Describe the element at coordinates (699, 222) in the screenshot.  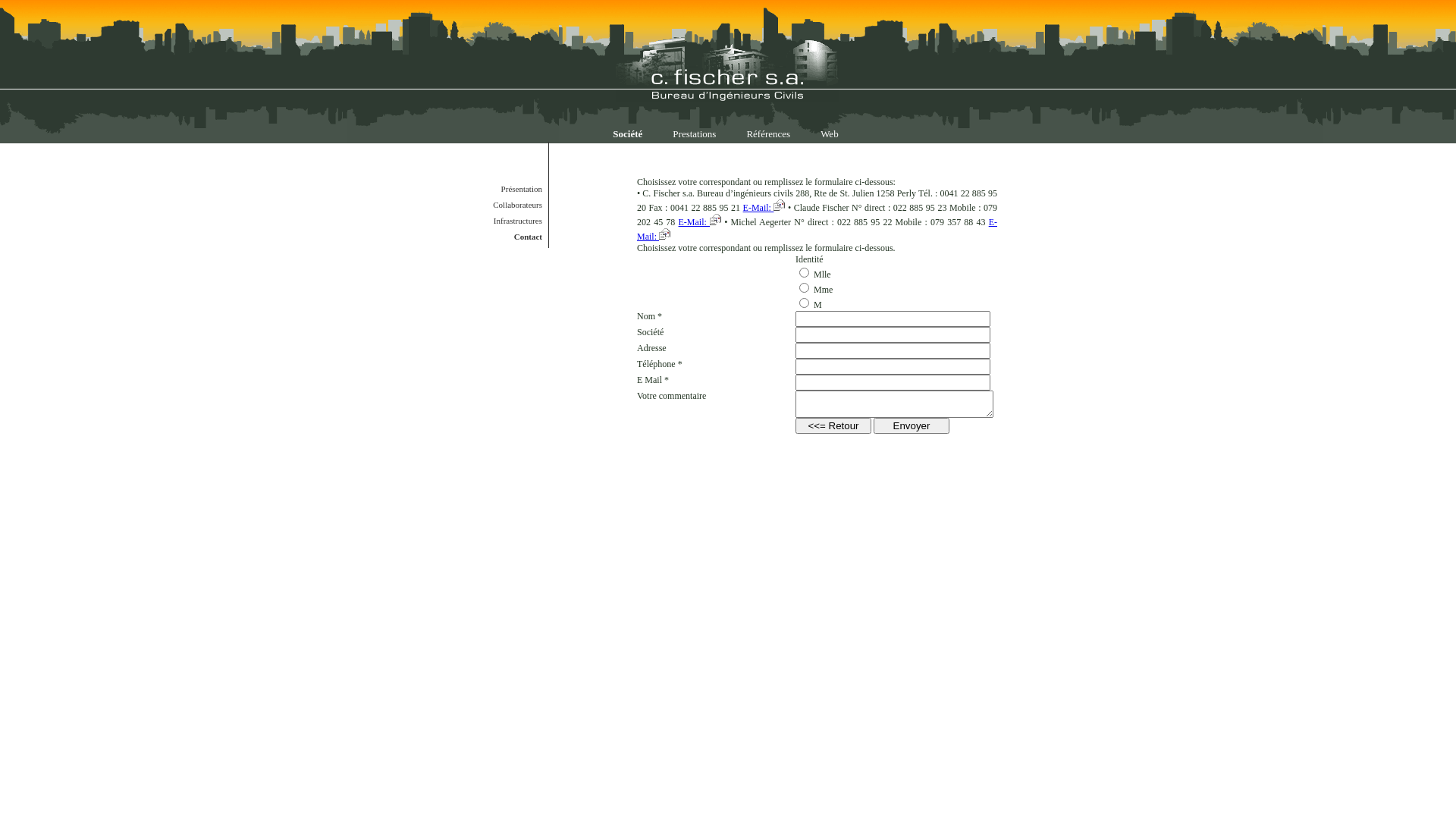
I see `'E-Mail:'` at that location.